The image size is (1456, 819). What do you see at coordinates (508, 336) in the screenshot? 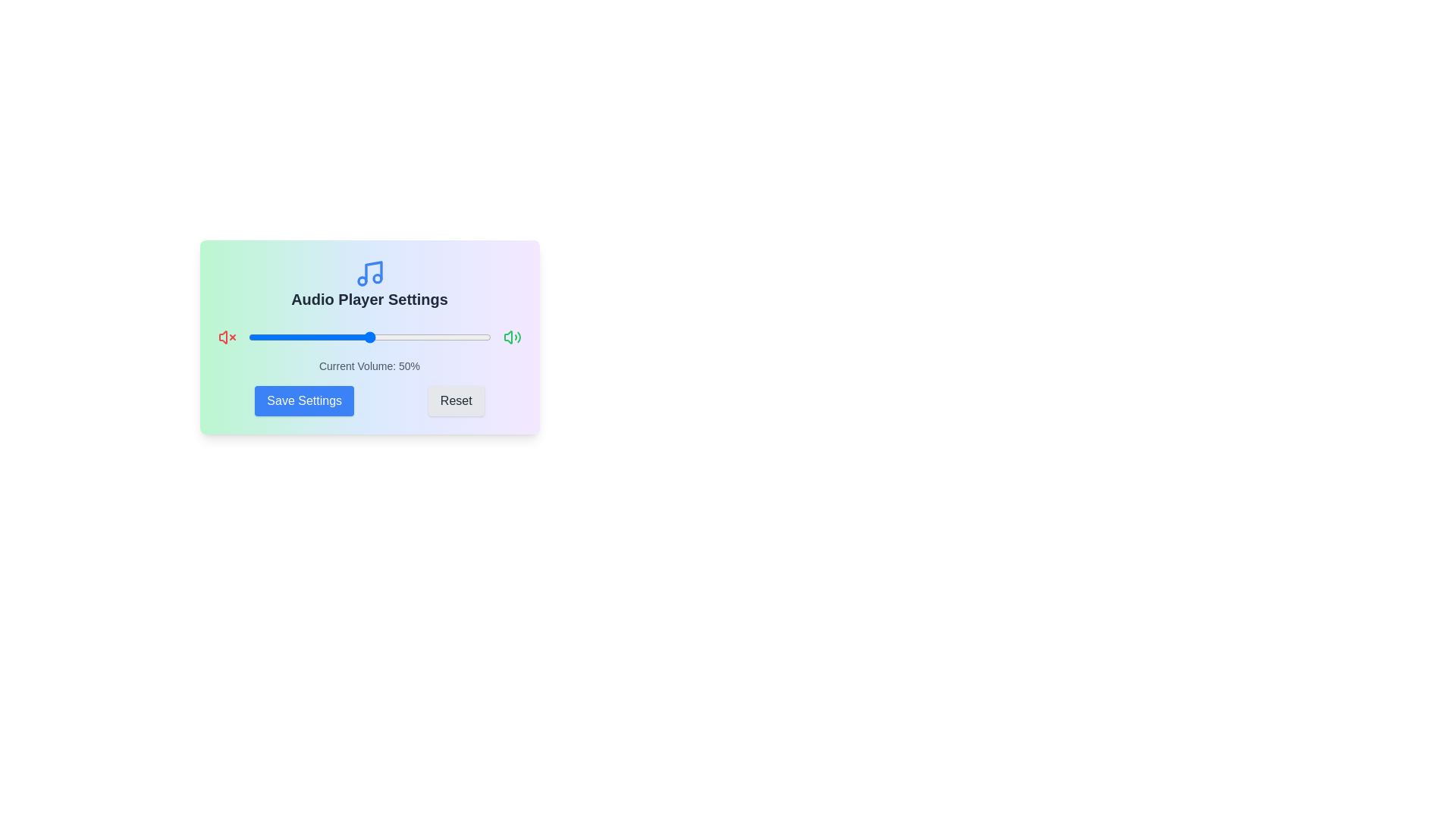
I see `the leftmost segment of the speaker icon, which is part of the audio settings indicator located at the top-right corner of the central interface card` at bounding box center [508, 336].